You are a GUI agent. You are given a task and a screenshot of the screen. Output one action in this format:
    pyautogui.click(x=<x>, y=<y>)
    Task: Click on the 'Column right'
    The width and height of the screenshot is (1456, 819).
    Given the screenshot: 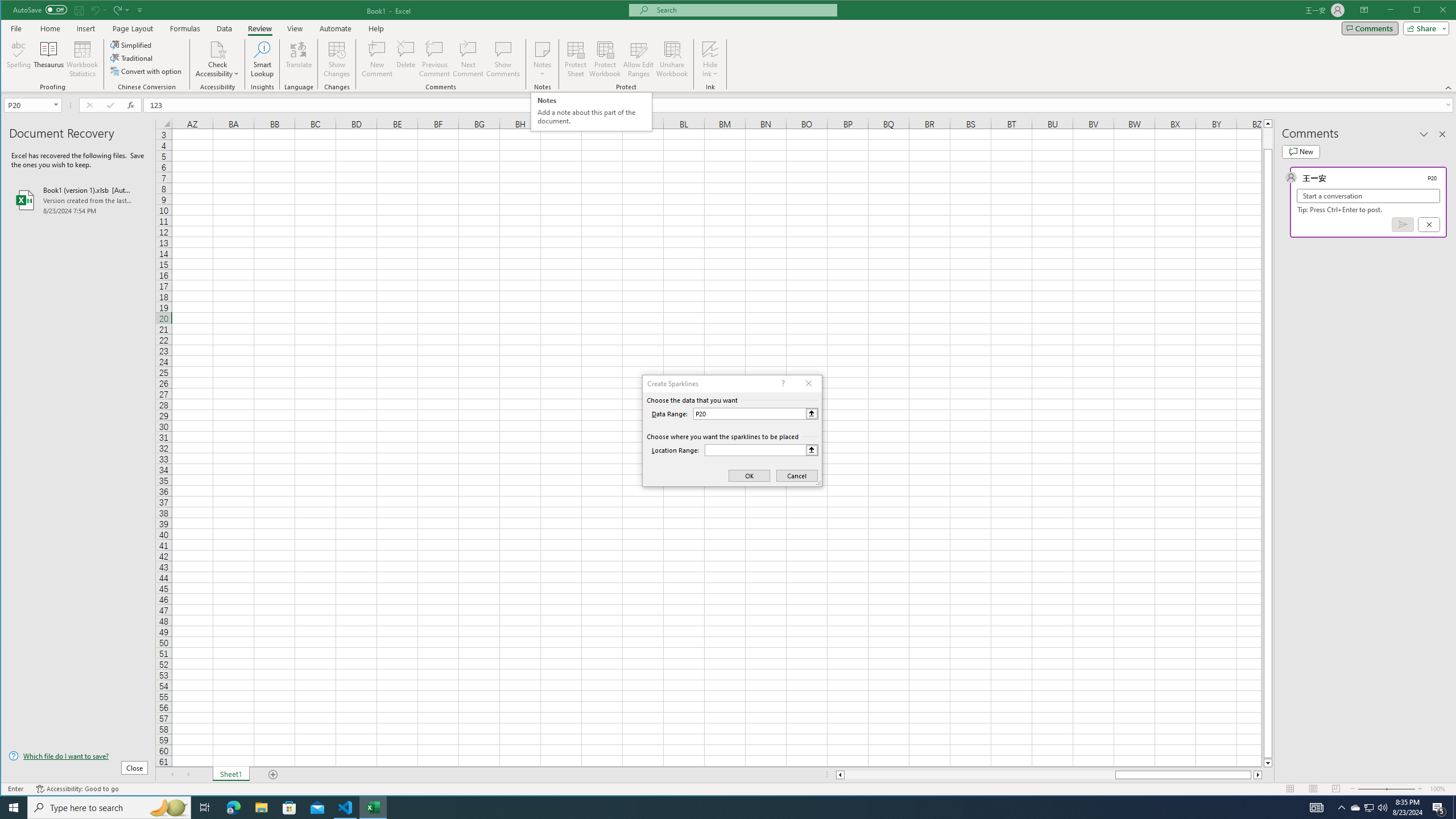 What is the action you would take?
    pyautogui.click(x=1259, y=775)
    